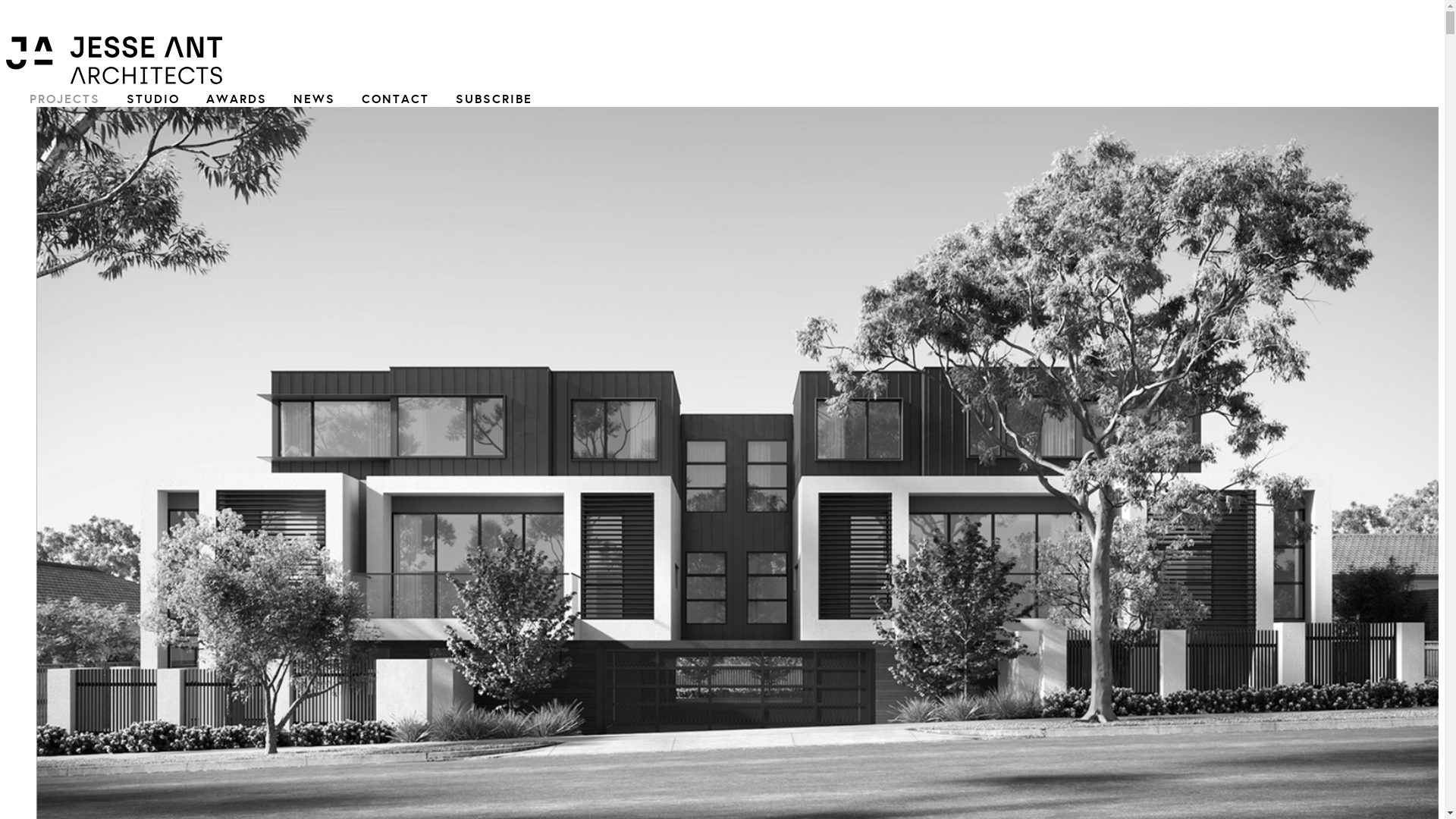 The height and width of the screenshot is (819, 1456). What do you see at coordinates (313, 99) in the screenshot?
I see `'NEWS'` at bounding box center [313, 99].